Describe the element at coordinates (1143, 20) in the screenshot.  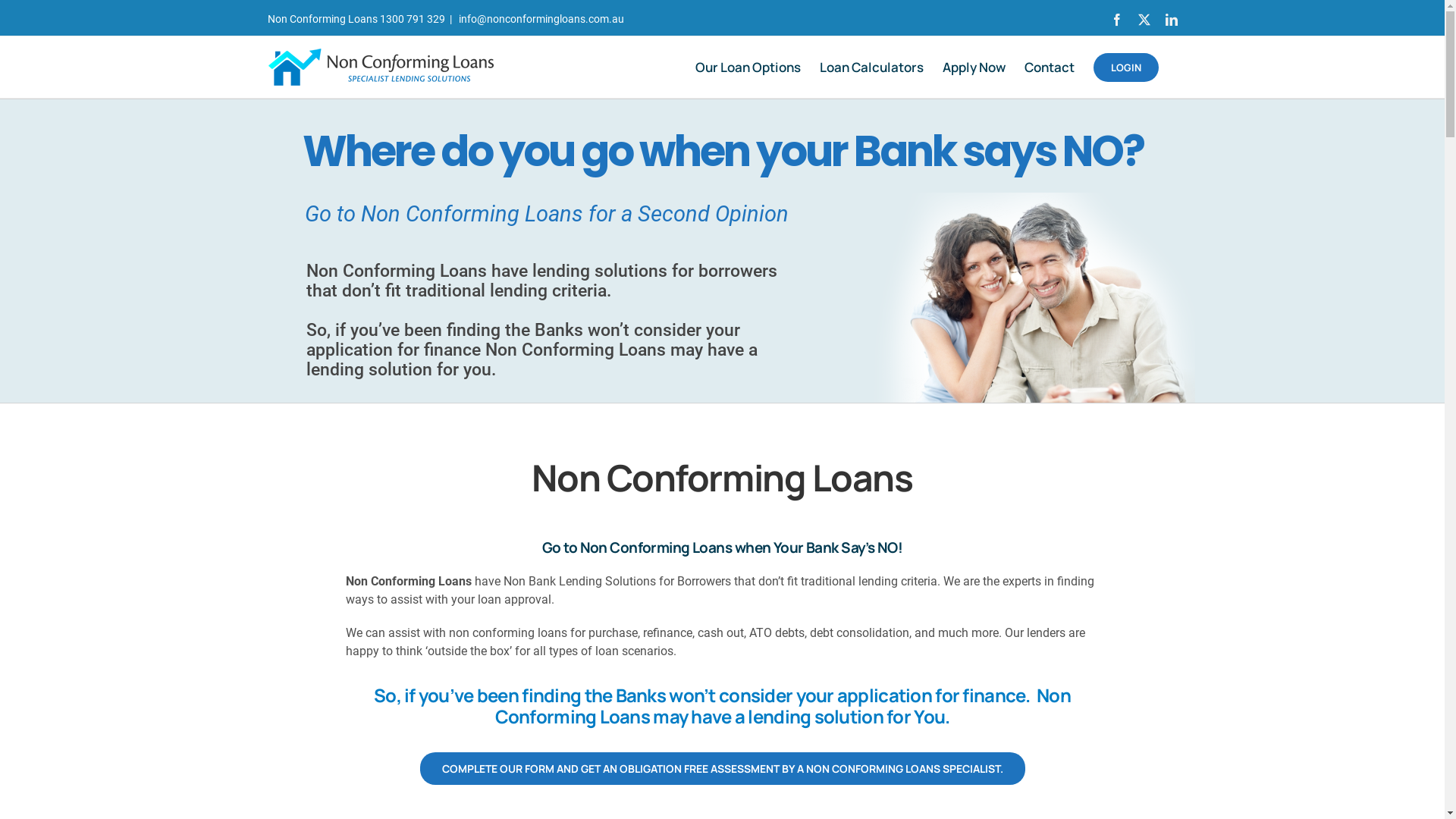
I see `'Twitter'` at that location.